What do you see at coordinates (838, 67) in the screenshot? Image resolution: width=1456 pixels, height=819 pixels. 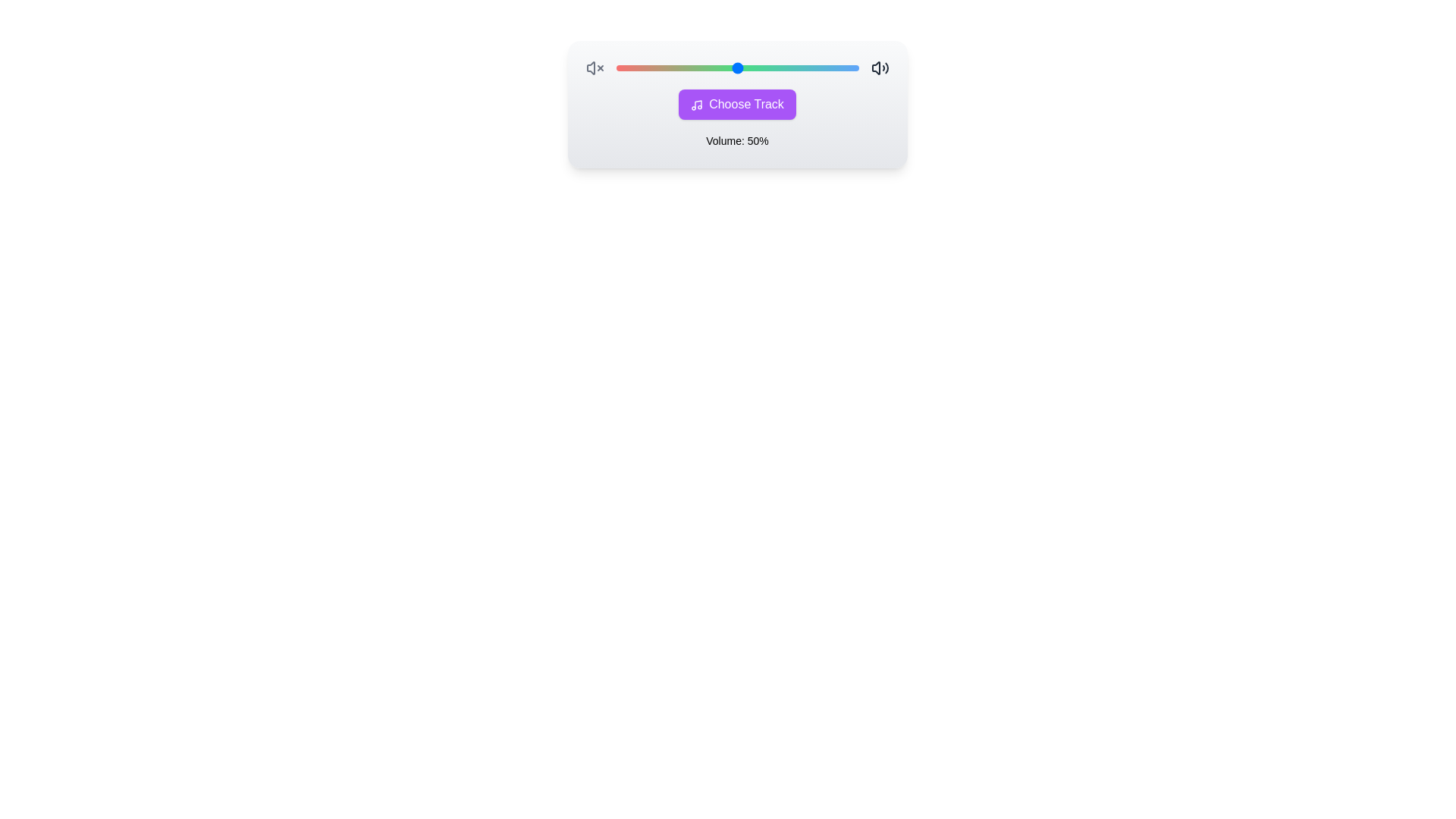 I see `the volume to 92% using the slider` at bounding box center [838, 67].